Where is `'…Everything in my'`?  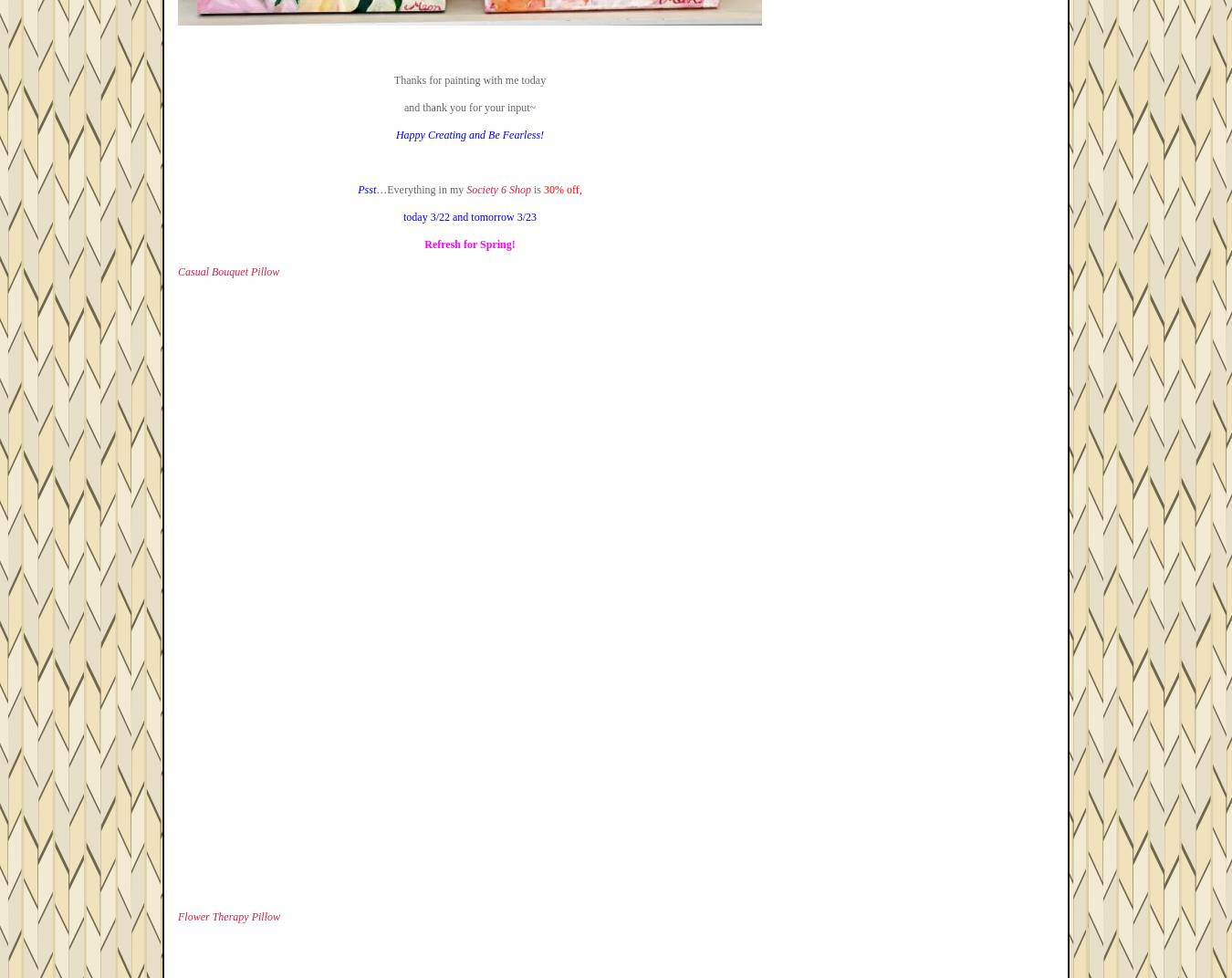 '…Everything in my' is located at coordinates (420, 189).